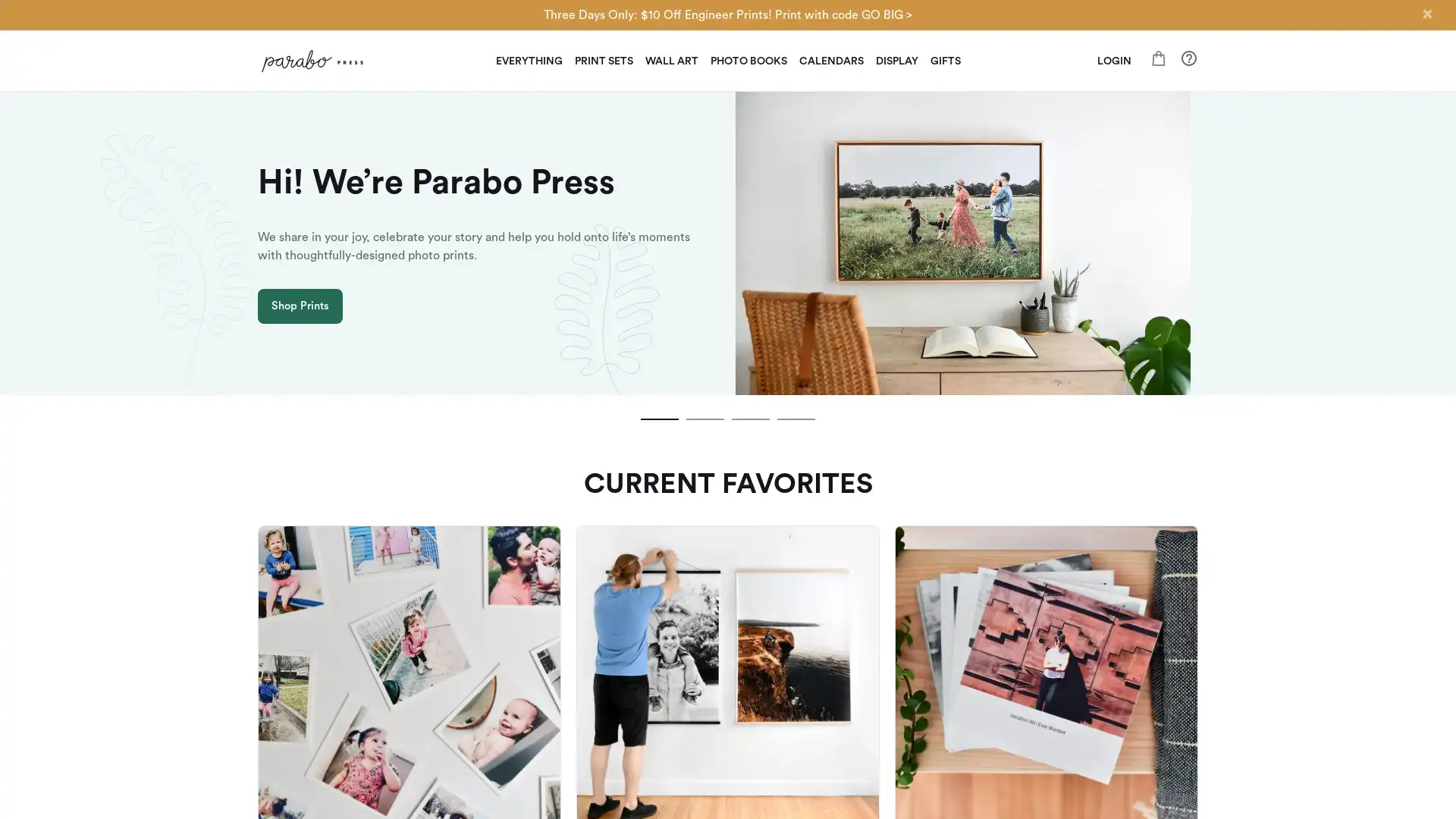 This screenshot has width=1456, height=819. I want to click on slide dot, so click(704, 419).